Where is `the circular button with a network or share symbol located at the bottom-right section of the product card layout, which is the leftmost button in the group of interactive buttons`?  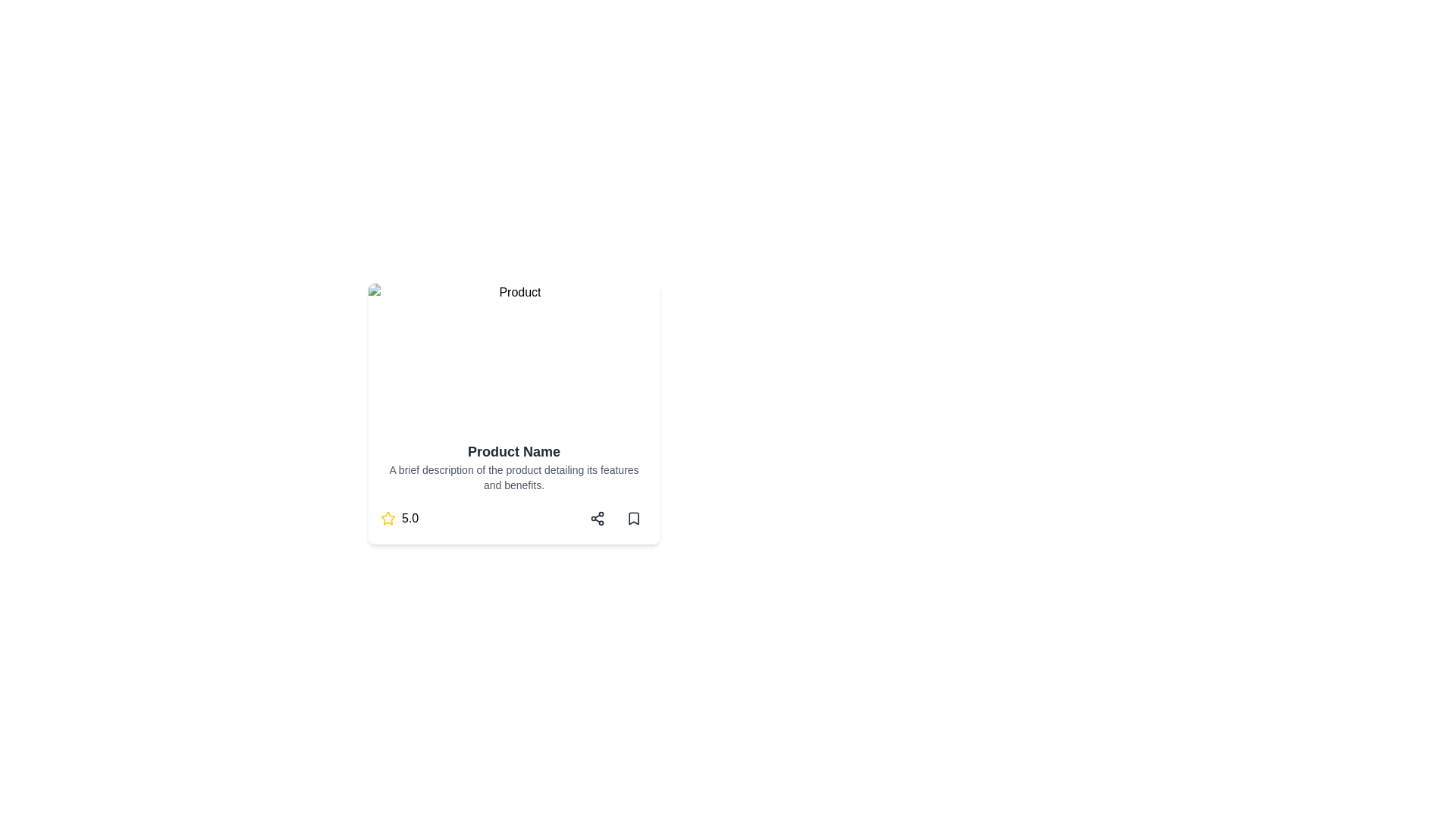 the circular button with a network or share symbol located at the bottom-right section of the product card layout, which is the leftmost button in the group of interactive buttons is located at coordinates (596, 517).